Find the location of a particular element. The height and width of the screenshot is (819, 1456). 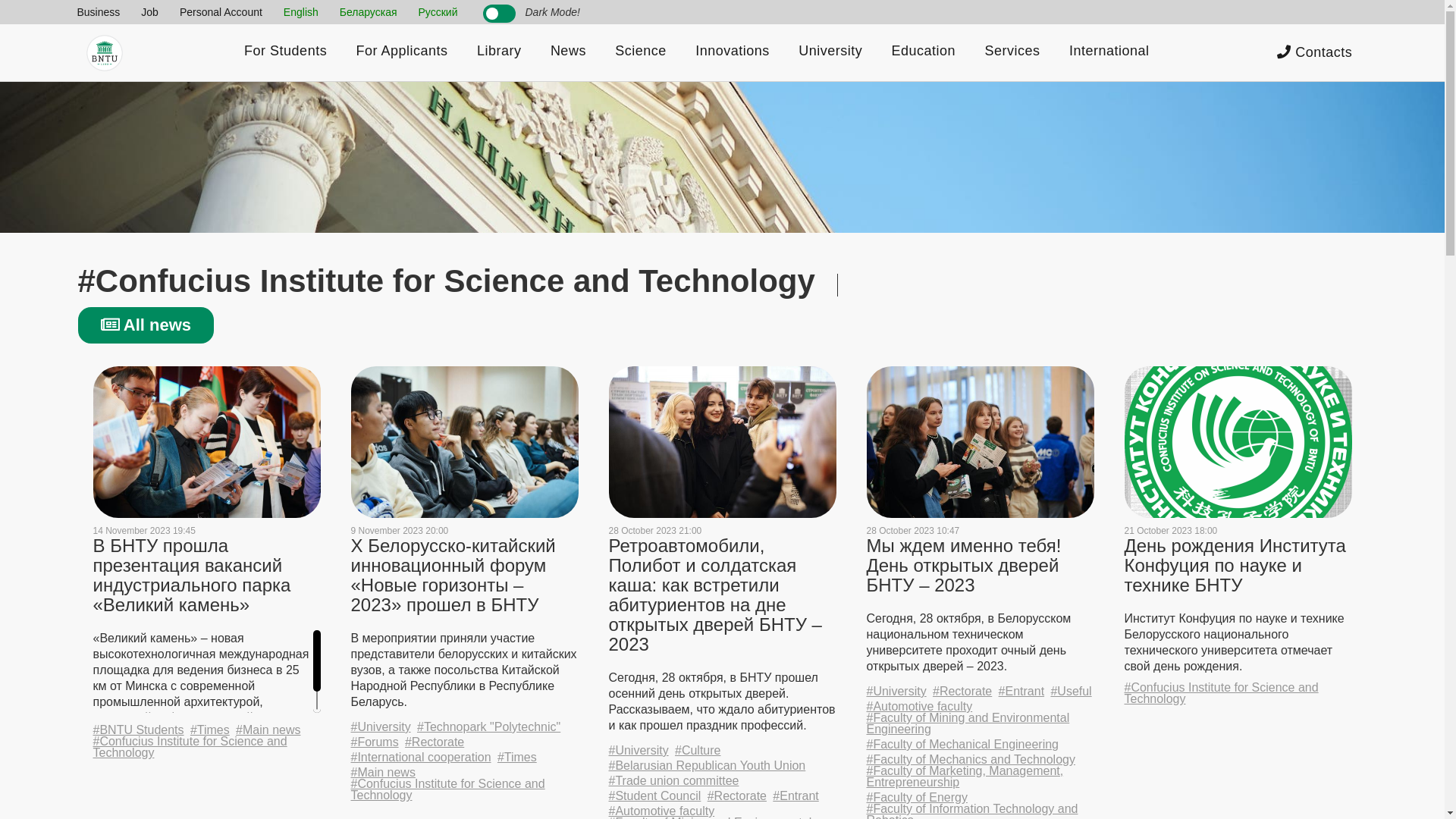

'For Applicants' is located at coordinates (401, 52).